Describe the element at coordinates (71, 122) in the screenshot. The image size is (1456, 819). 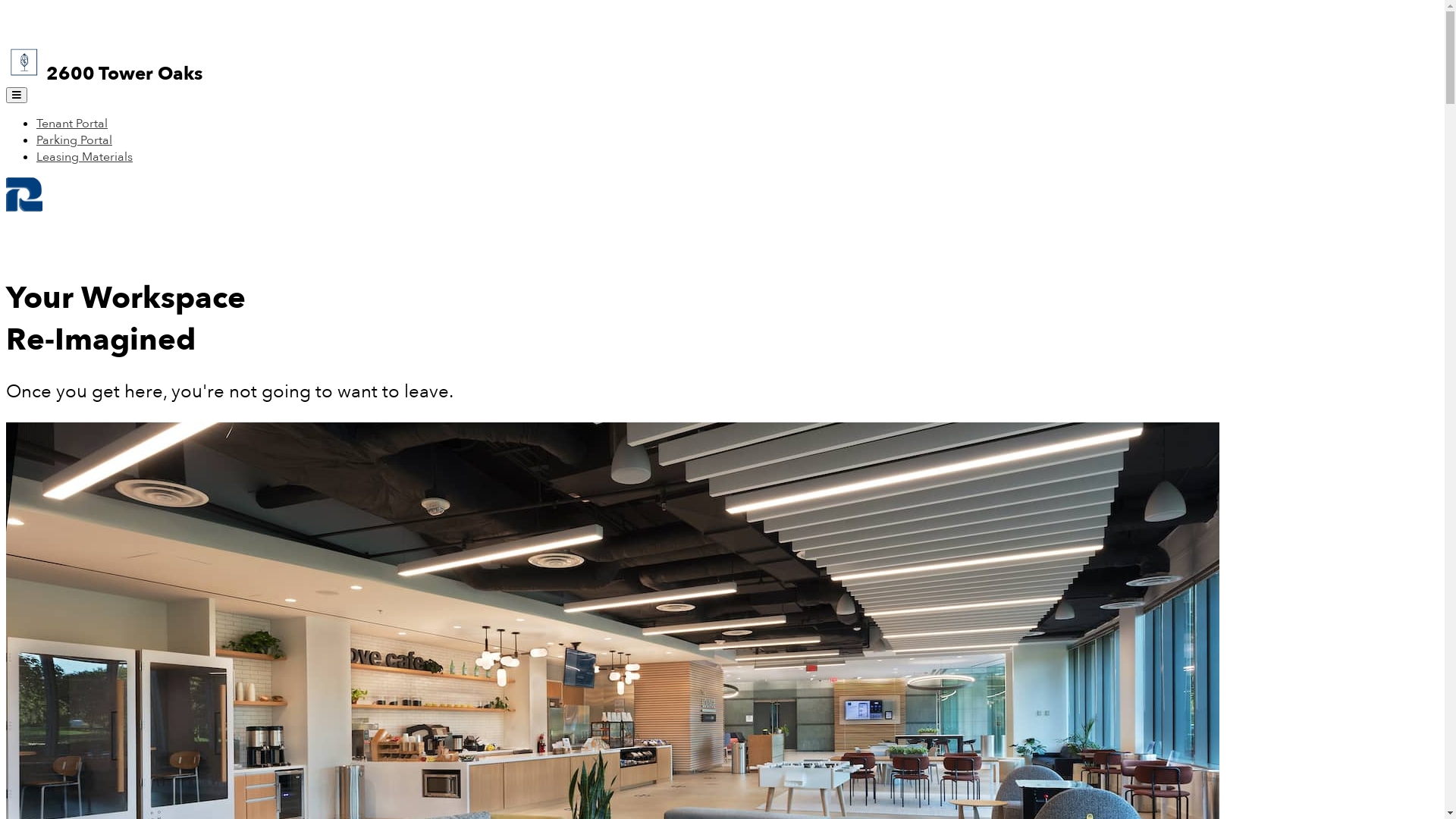
I see `'Tenant Portal'` at that location.